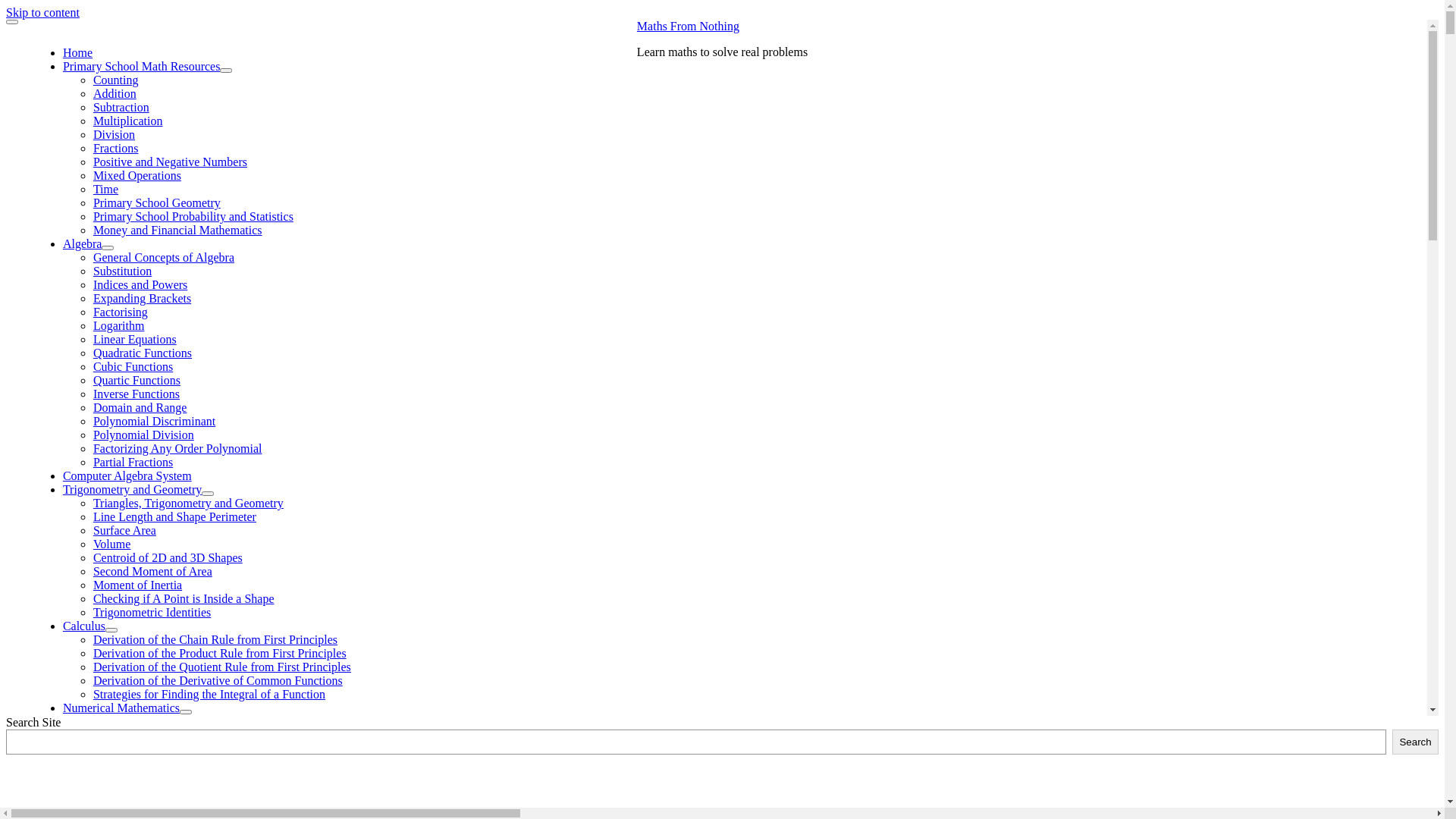  What do you see at coordinates (154, 421) in the screenshot?
I see `'Polynomial Discriminant'` at bounding box center [154, 421].